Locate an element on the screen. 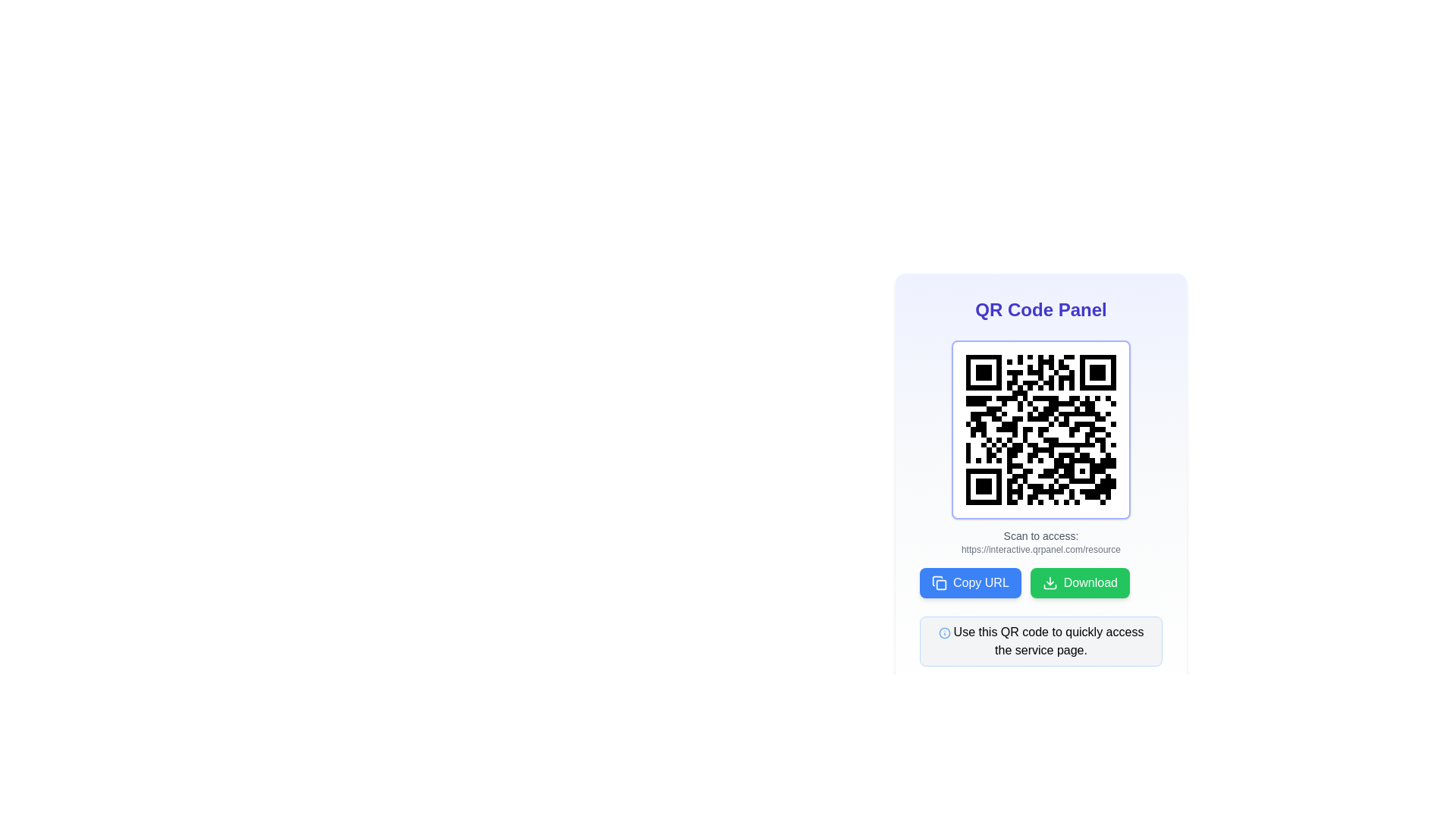 The image size is (1456, 819). the informational text box containing the message 'Use this QR code to quickly access the service page,' which includes an icon with the letter 'i' in blue, positioned within the 'QR Code Panel.' is located at coordinates (1040, 641).